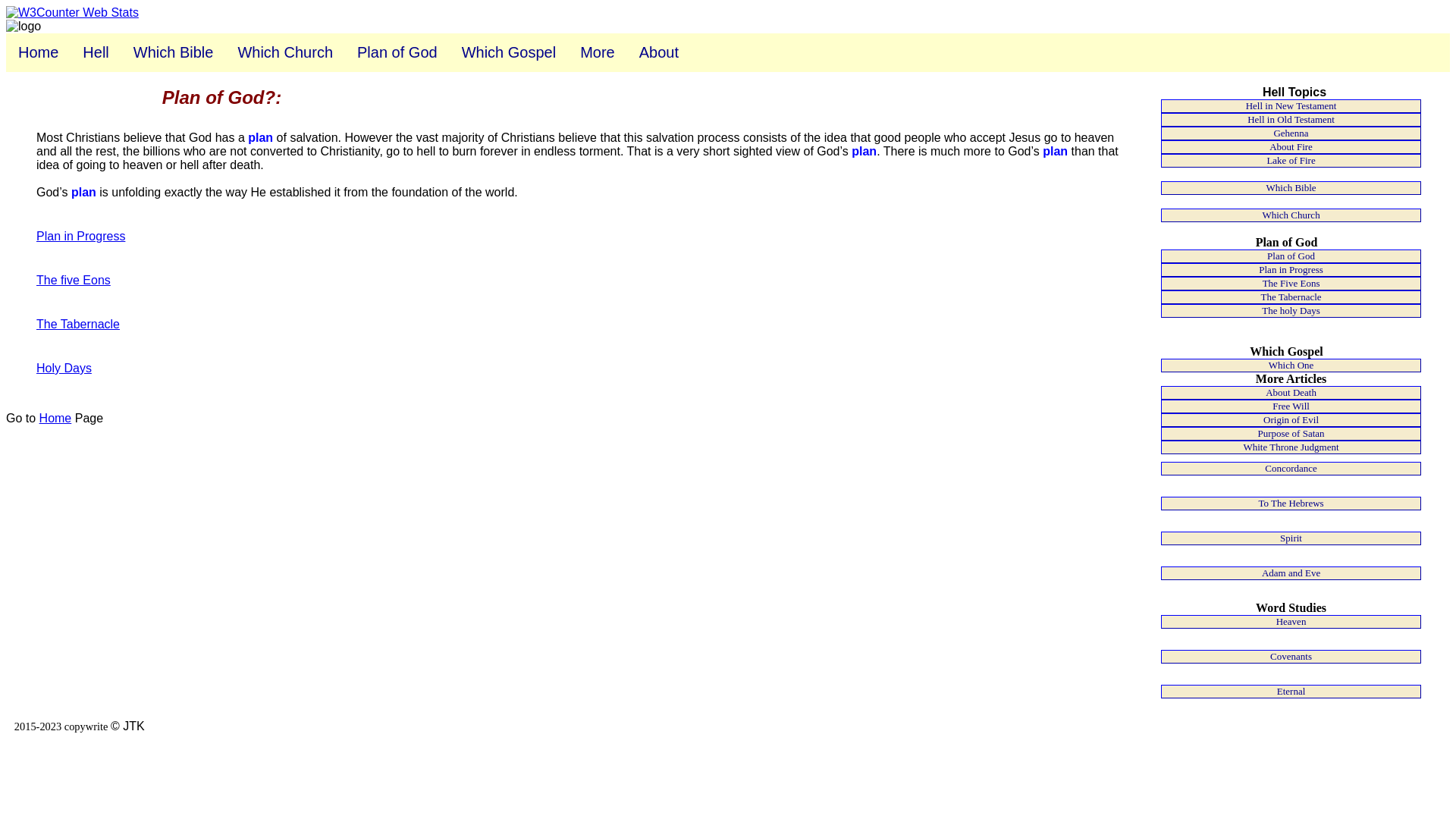 The width and height of the screenshot is (1456, 819). Describe the element at coordinates (1160, 391) in the screenshot. I see `'About Death'` at that location.